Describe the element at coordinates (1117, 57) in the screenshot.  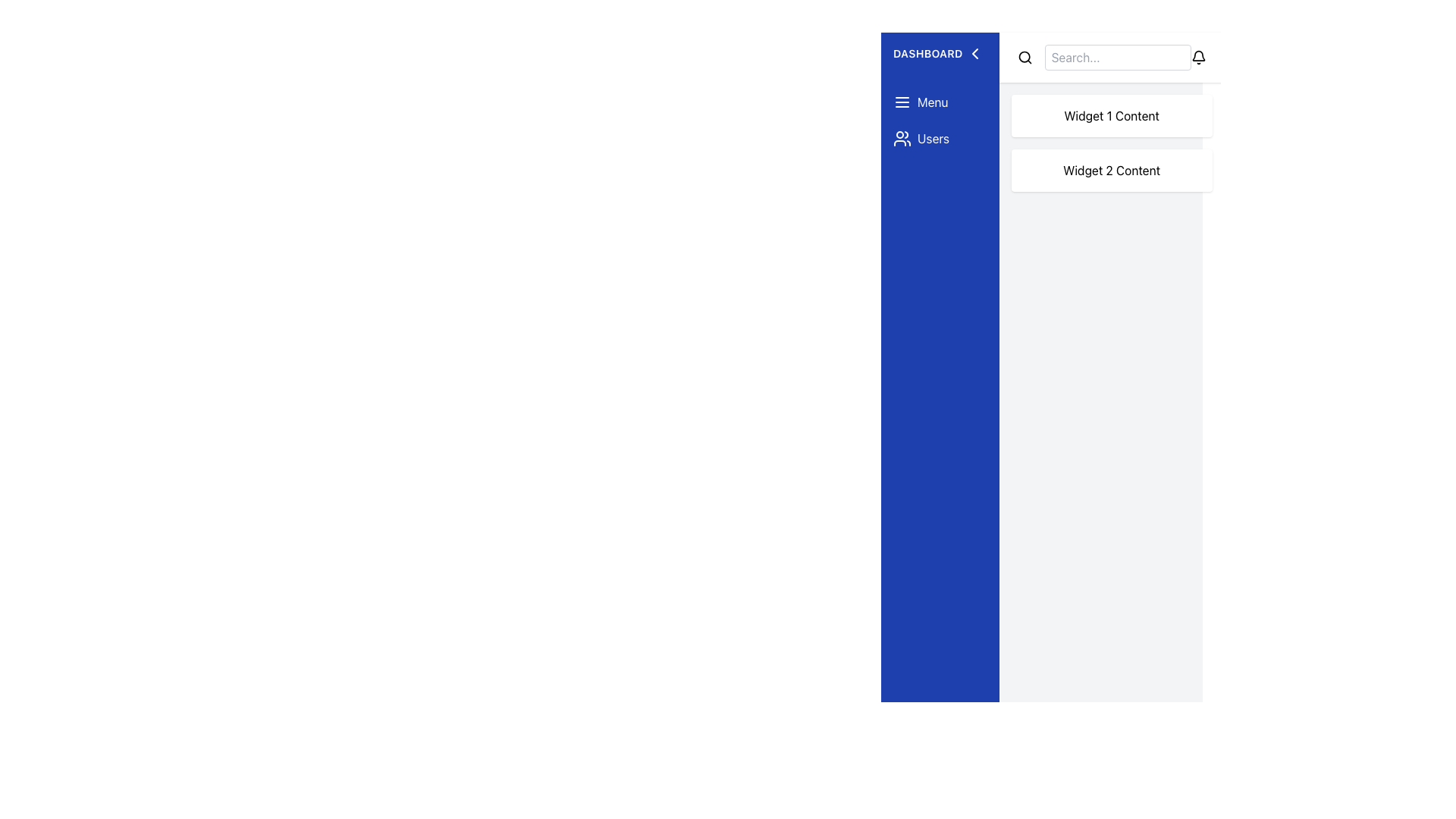
I see `the search bar input field located near the top right corner of the application interface to focus on it` at that location.